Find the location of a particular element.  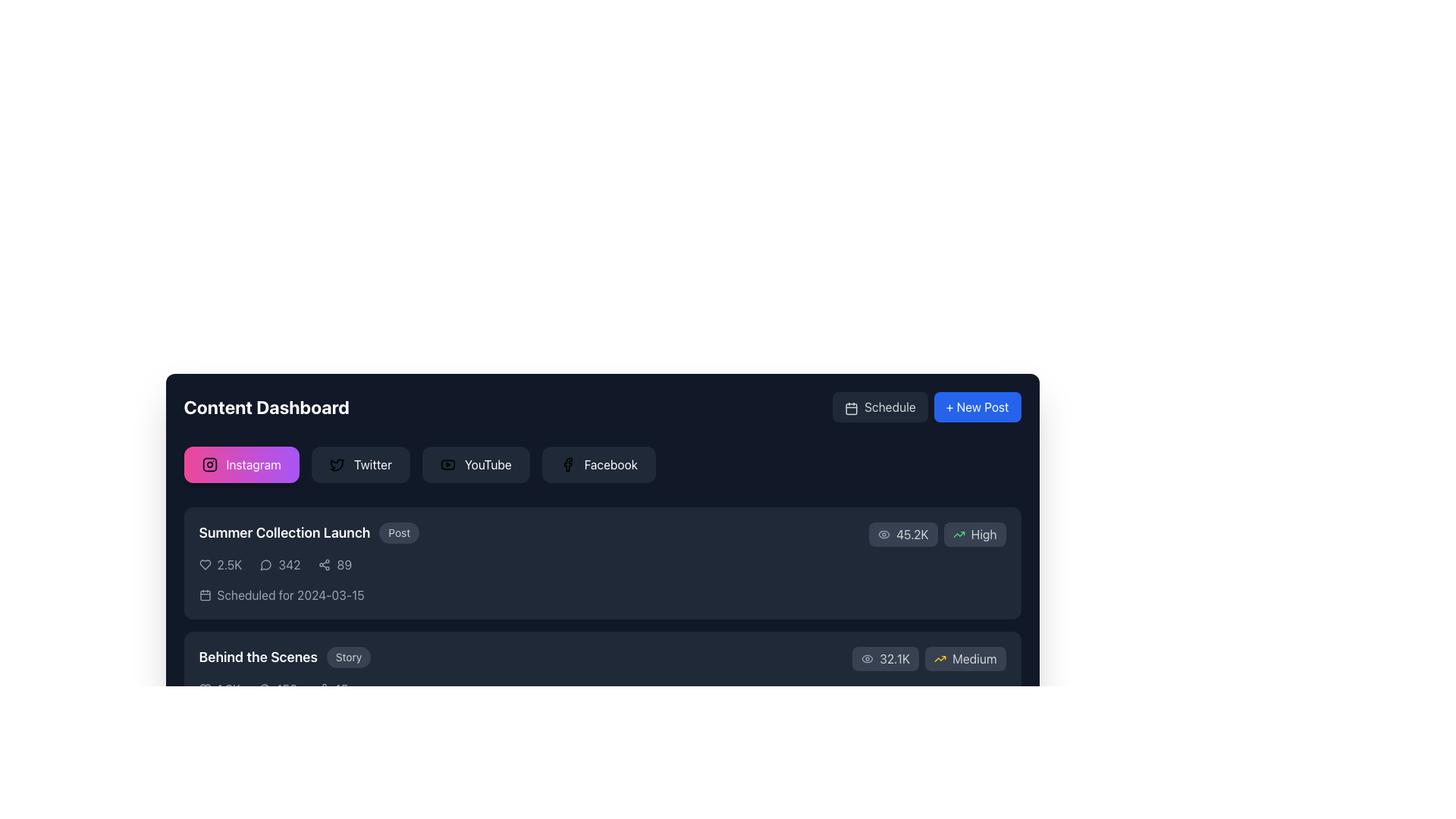

the icon in the Horizontal Scrollable Menu is located at coordinates (601, 467).